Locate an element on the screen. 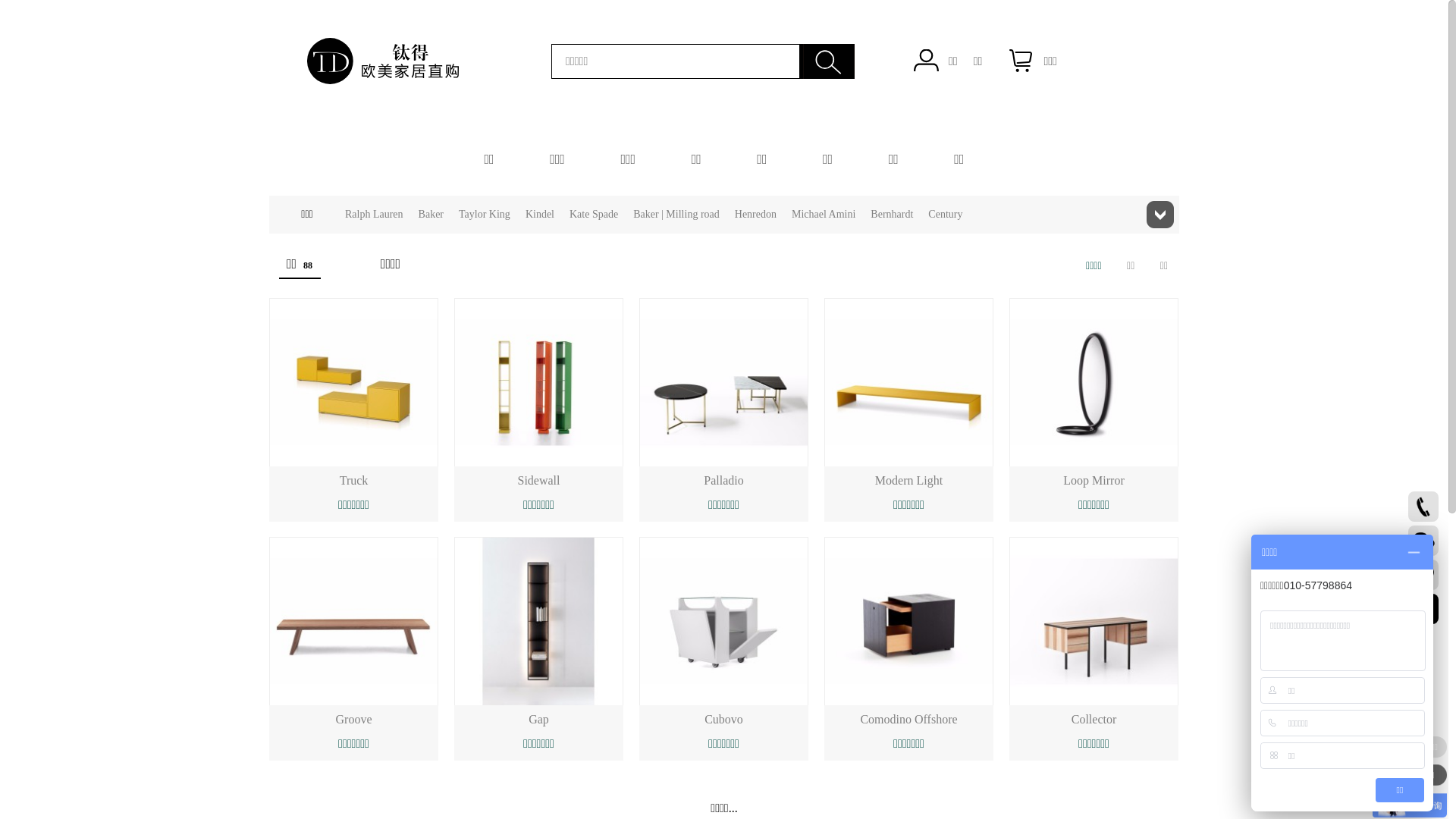  'Taylor King' is located at coordinates (483, 214).